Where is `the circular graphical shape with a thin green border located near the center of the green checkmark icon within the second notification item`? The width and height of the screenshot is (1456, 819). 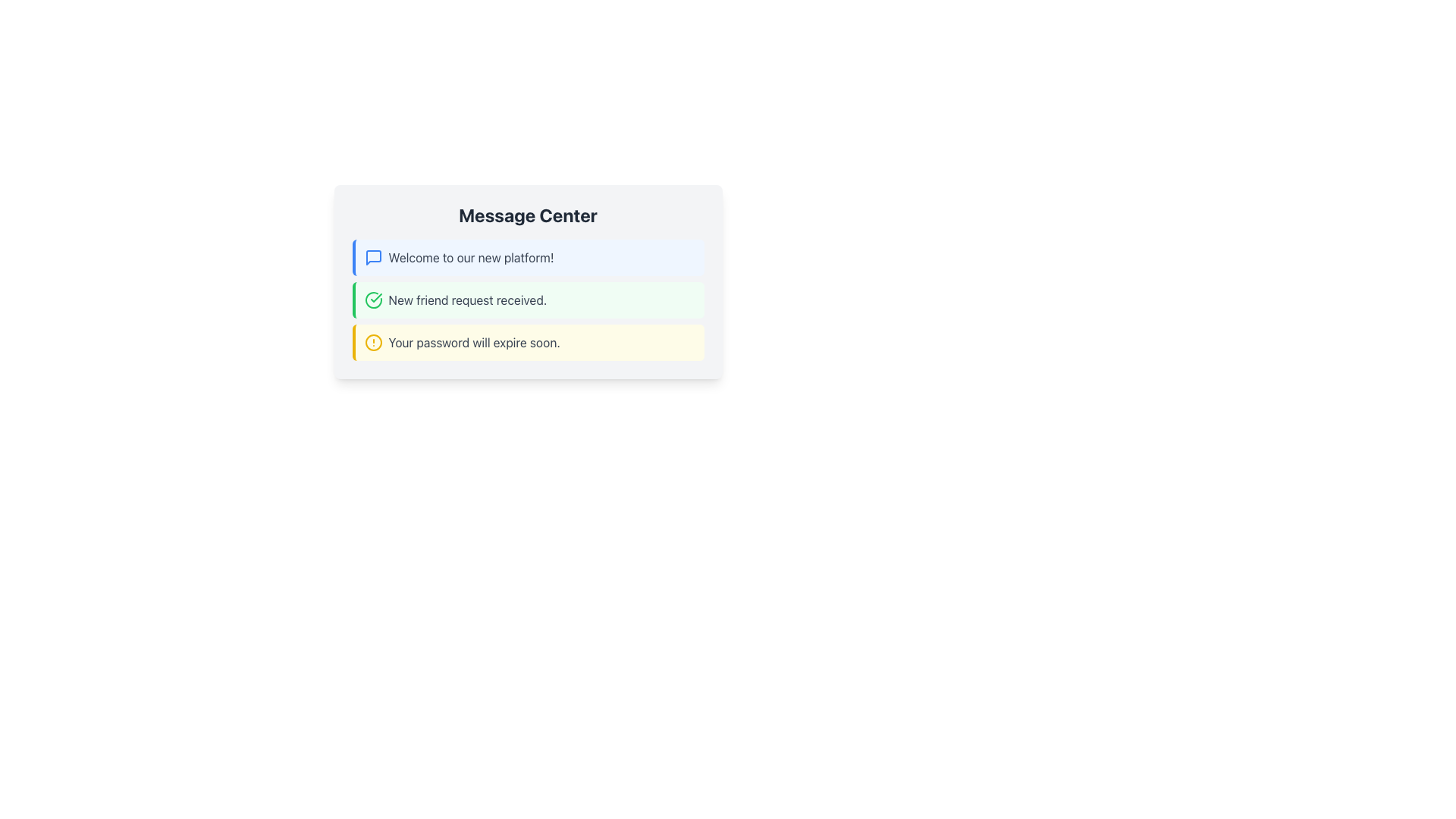 the circular graphical shape with a thin green border located near the center of the green checkmark icon within the second notification item is located at coordinates (373, 300).